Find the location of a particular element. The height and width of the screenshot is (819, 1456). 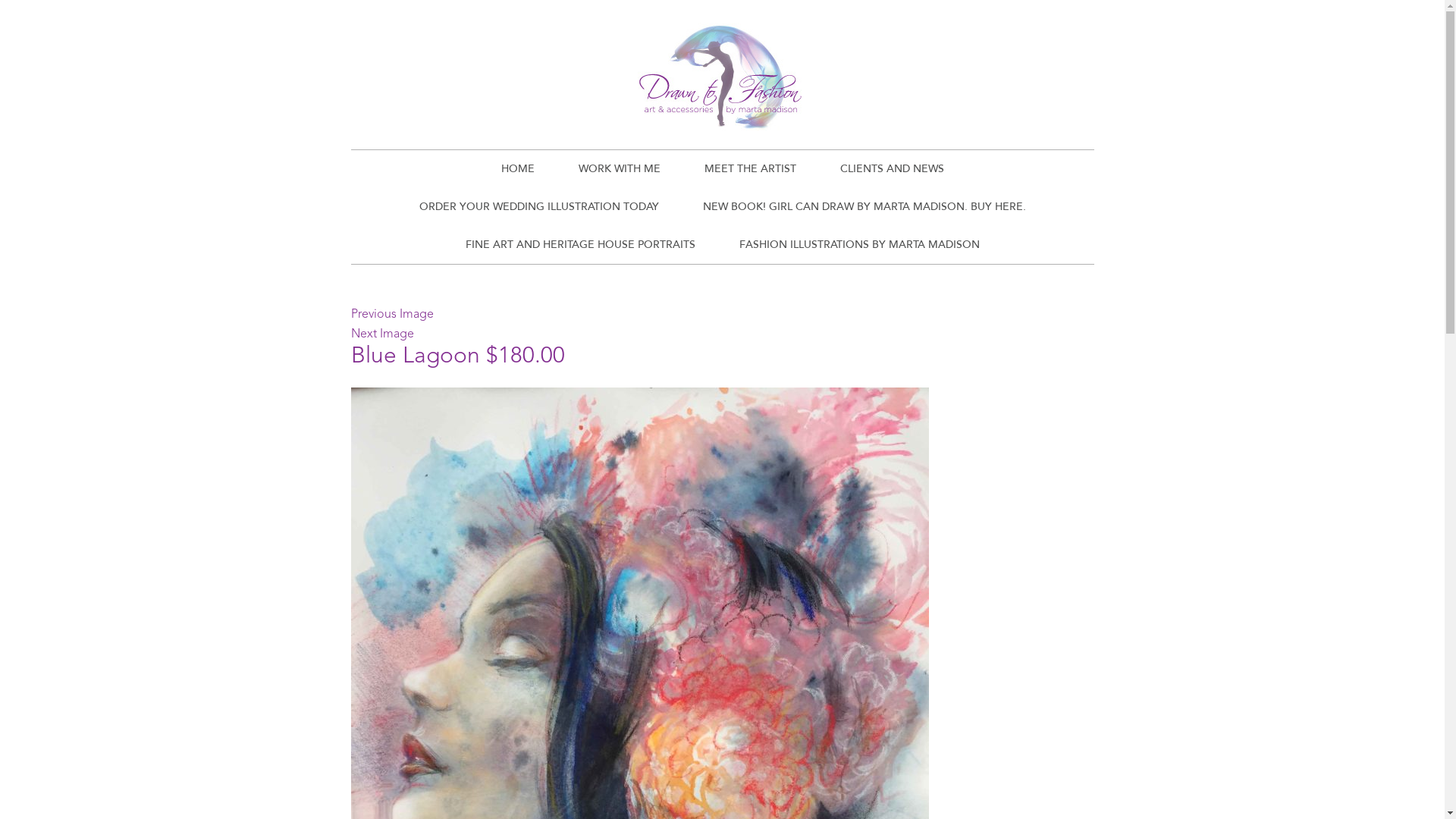

'Next Image' is located at coordinates (349, 333).